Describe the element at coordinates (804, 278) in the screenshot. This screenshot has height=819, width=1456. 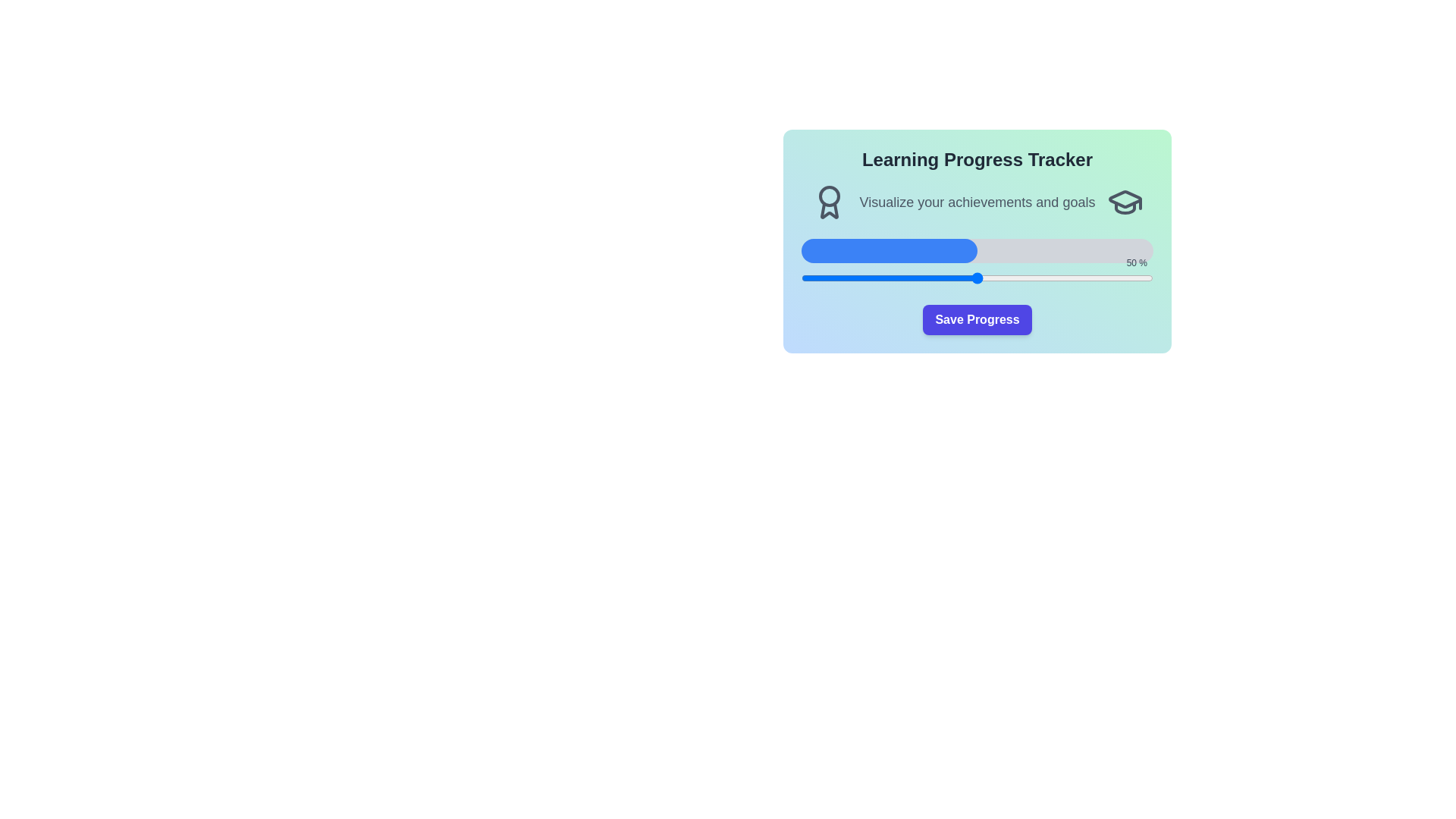
I see `the progress slider to 1%` at that location.